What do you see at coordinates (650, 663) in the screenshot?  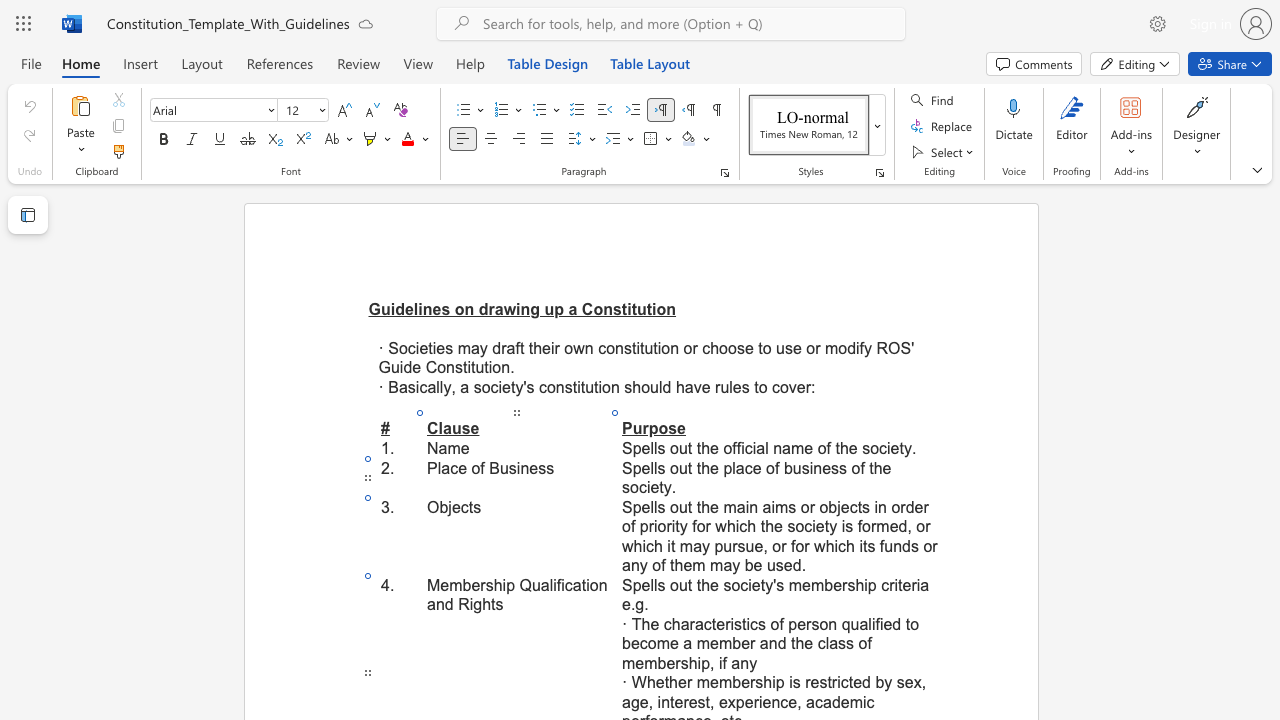 I see `the 5th character "m" in the text` at bounding box center [650, 663].